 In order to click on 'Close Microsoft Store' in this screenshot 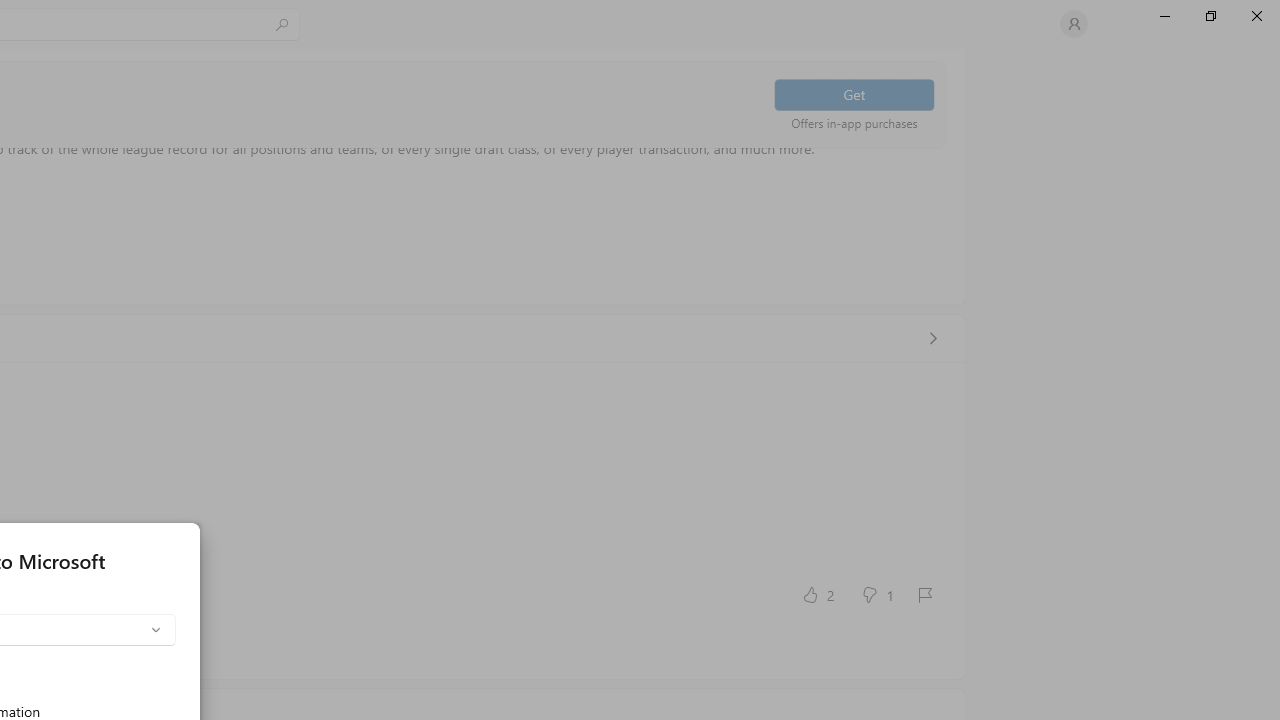, I will do `click(1255, 15)`.